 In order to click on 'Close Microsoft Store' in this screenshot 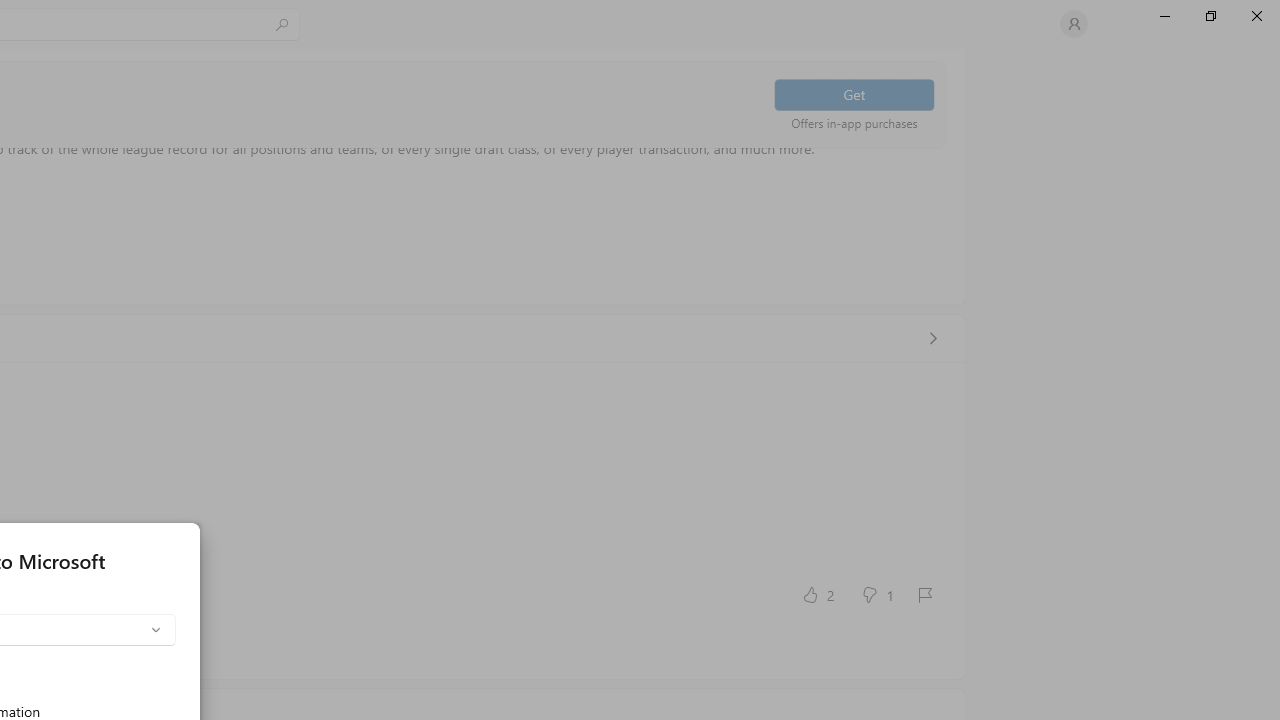, I will do `click(1255, 15)`.